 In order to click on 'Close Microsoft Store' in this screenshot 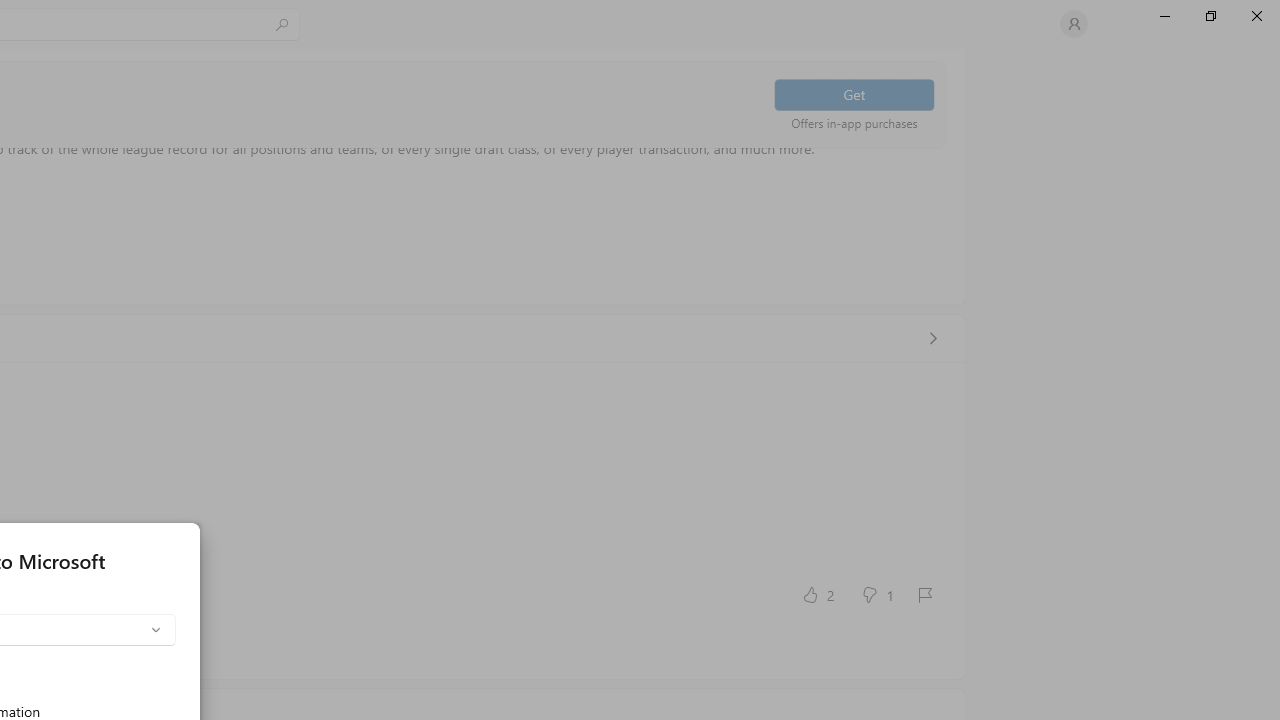, I will do `click(1255, 15)`.